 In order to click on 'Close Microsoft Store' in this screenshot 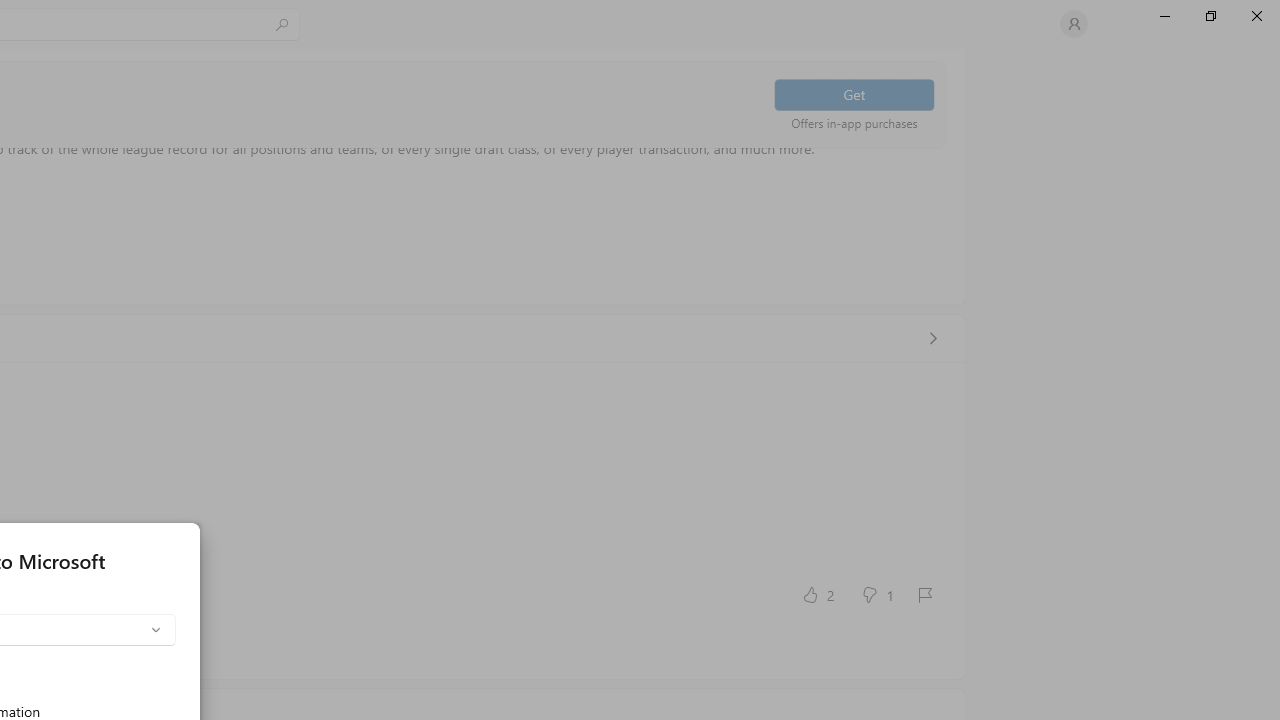, I will do `click(1255, 15)`.